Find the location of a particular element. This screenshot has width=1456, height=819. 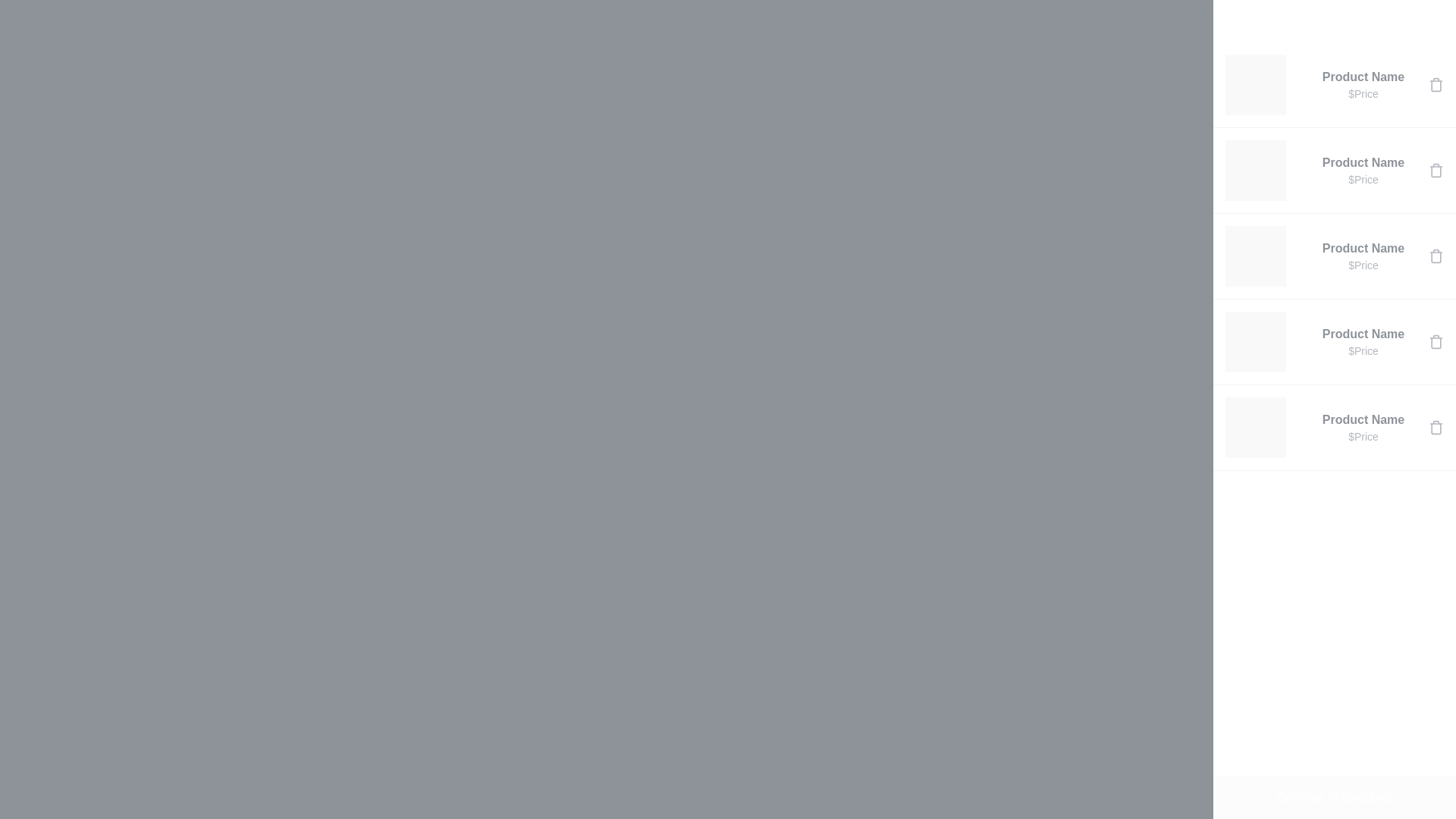

the text block displaying 'Product Name' and 'Price' in the fifth item of the list is located at coordinates (1363, 427).